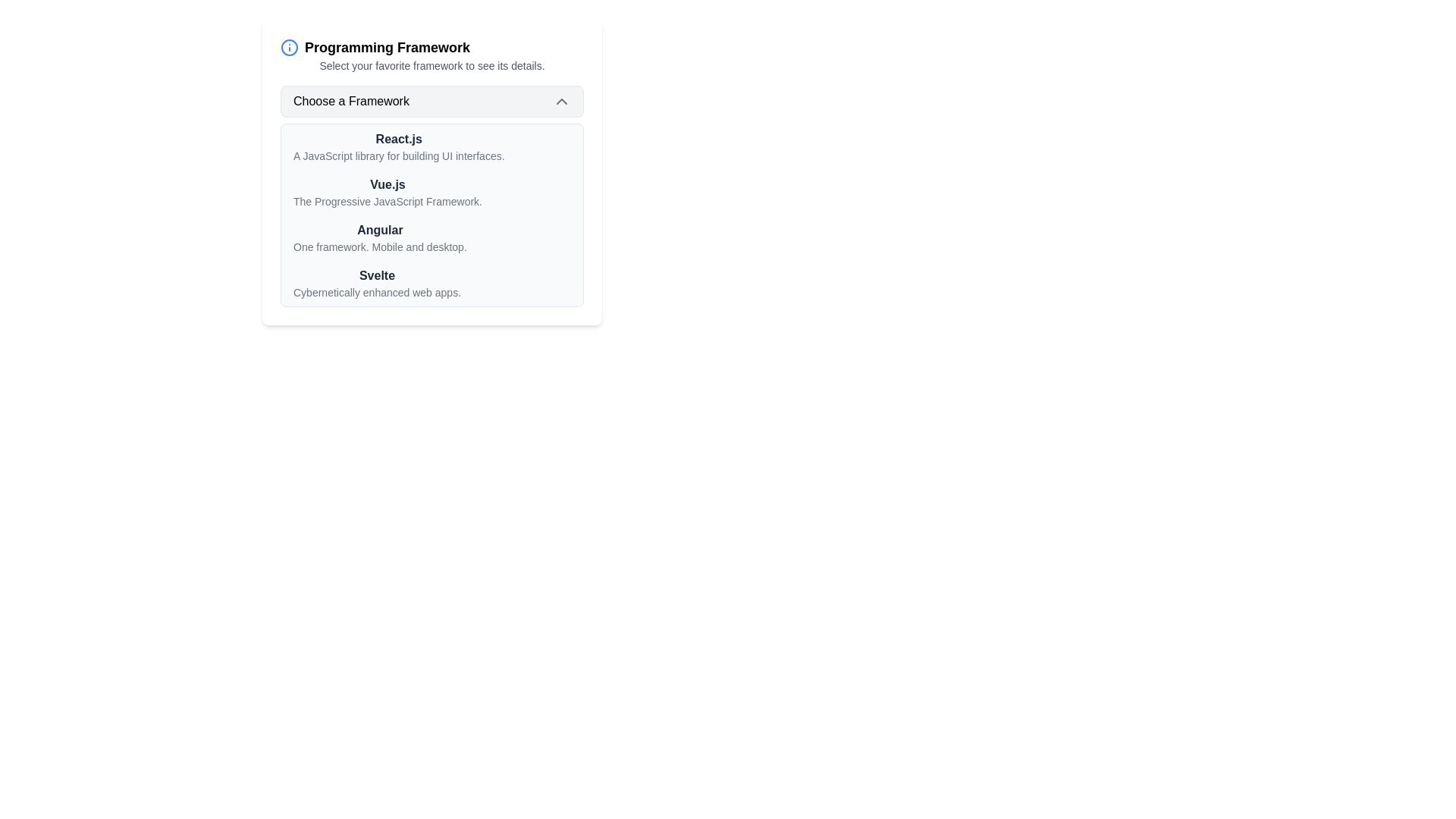  I want to click on the text snippet displaying 'One framework. Mobile and desktop.' which is located below the 'Angular' label in the description area, so click(380, 246).